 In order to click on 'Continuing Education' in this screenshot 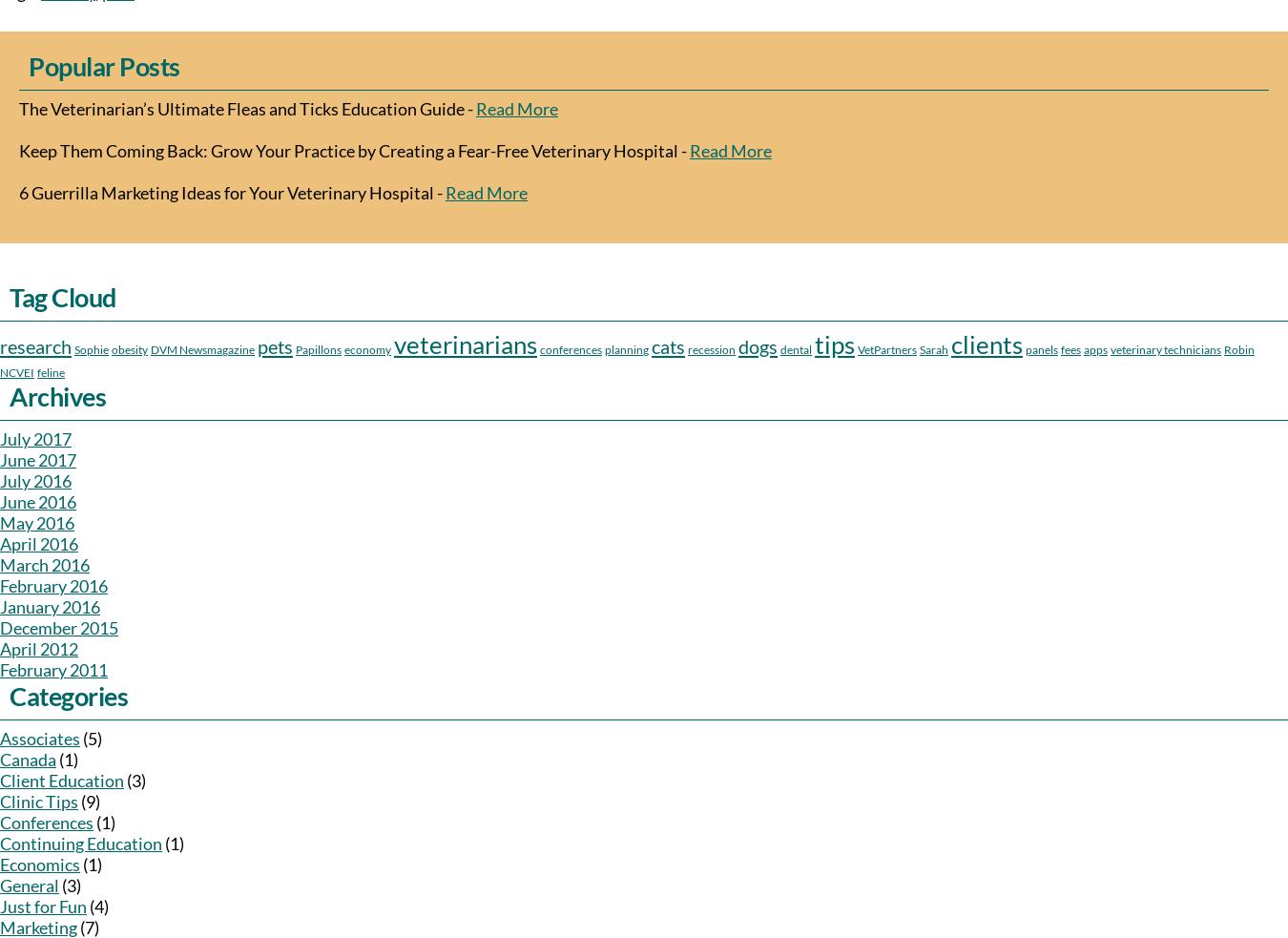, I will do `click(80, 844)`.